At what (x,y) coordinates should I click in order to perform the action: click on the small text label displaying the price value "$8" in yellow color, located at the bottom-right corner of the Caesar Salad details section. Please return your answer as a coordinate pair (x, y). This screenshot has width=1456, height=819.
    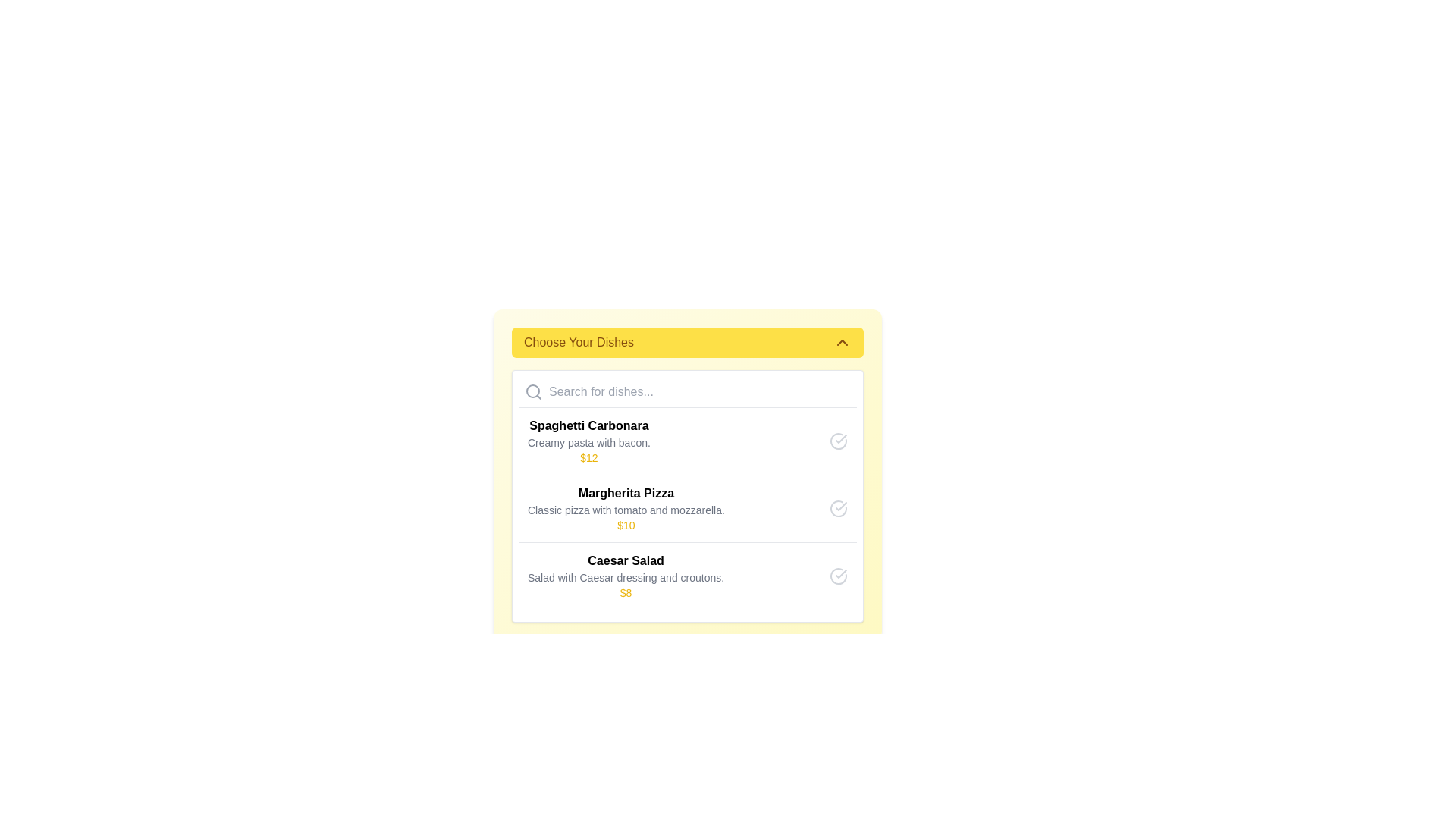
    Looking at the image, I should click on (626, 592).